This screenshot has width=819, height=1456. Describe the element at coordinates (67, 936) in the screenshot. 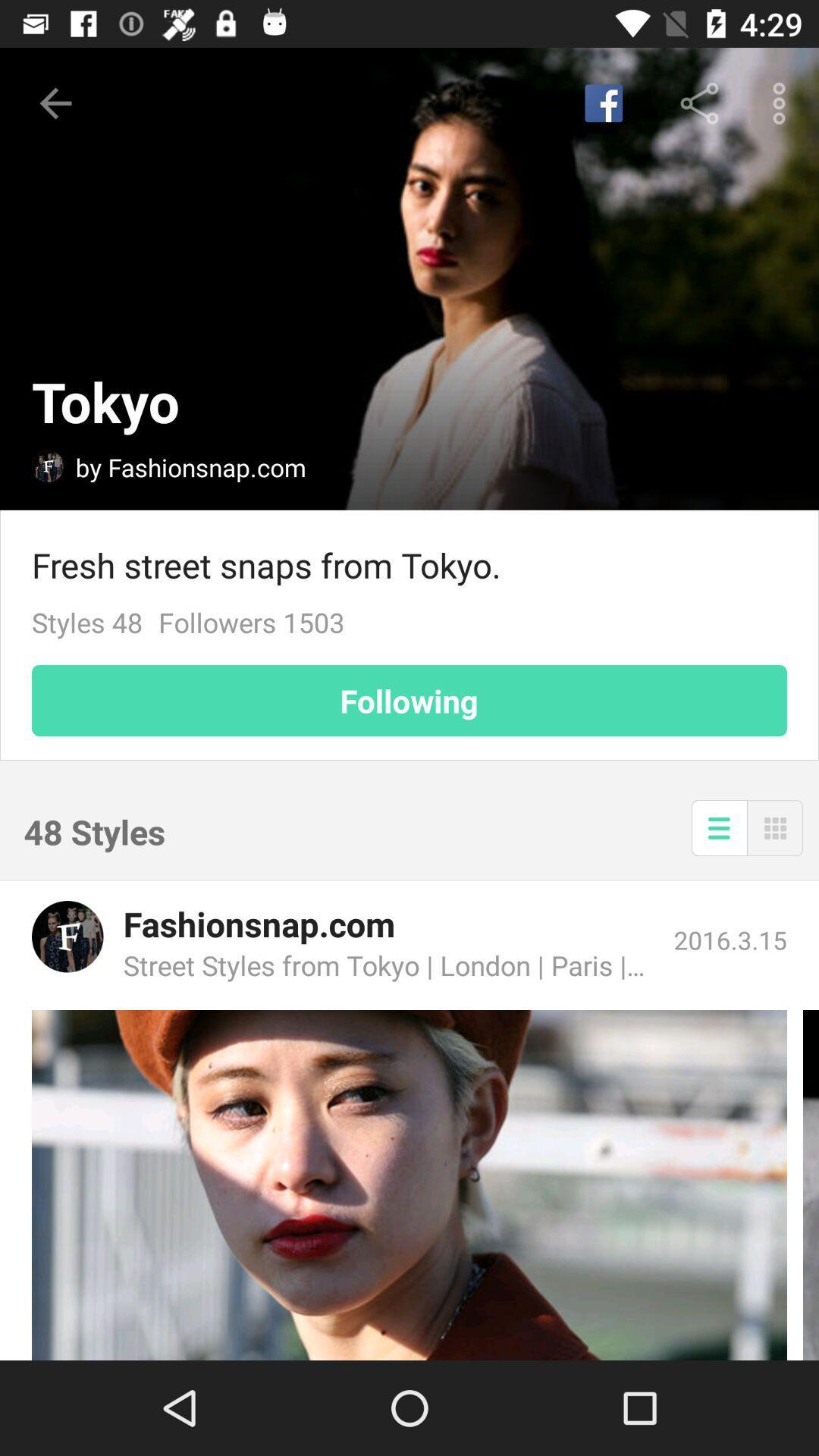

I see `company page` at that location.